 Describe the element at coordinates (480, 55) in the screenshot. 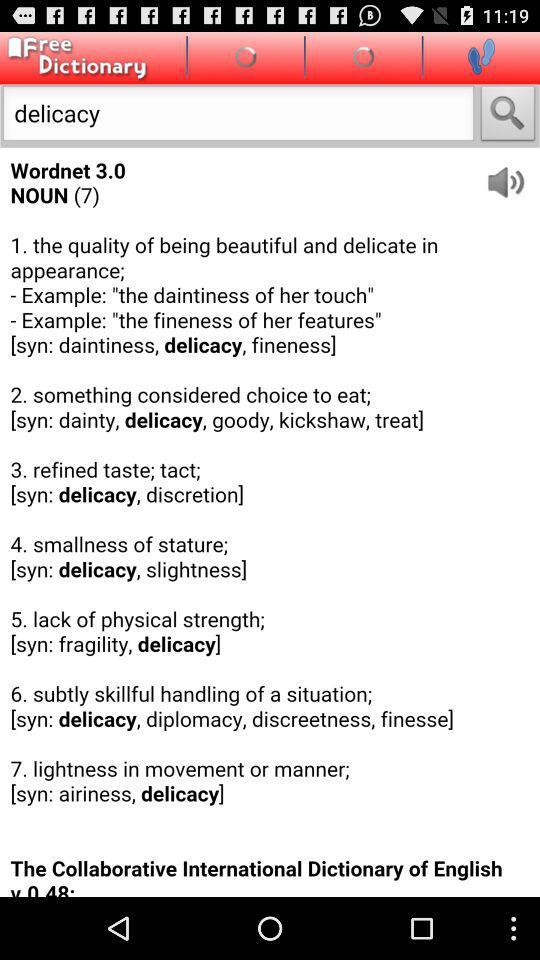

I see `option` at that location.